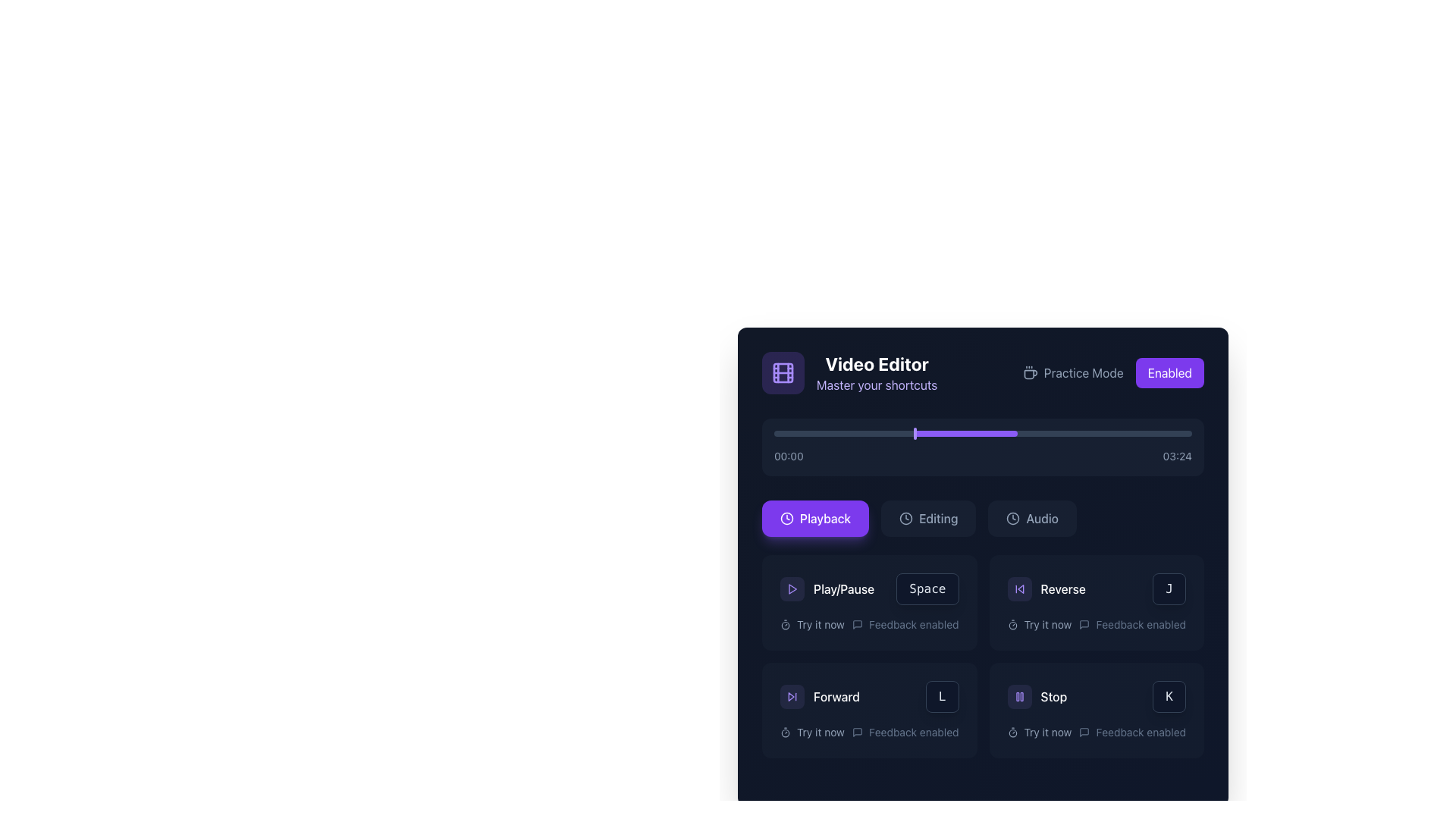 The height and width of the screenshot is (819, 1456). I want to click on the Text label displaying the current playback time and total duration, which is centered below the progress bar, so click(983, 455).